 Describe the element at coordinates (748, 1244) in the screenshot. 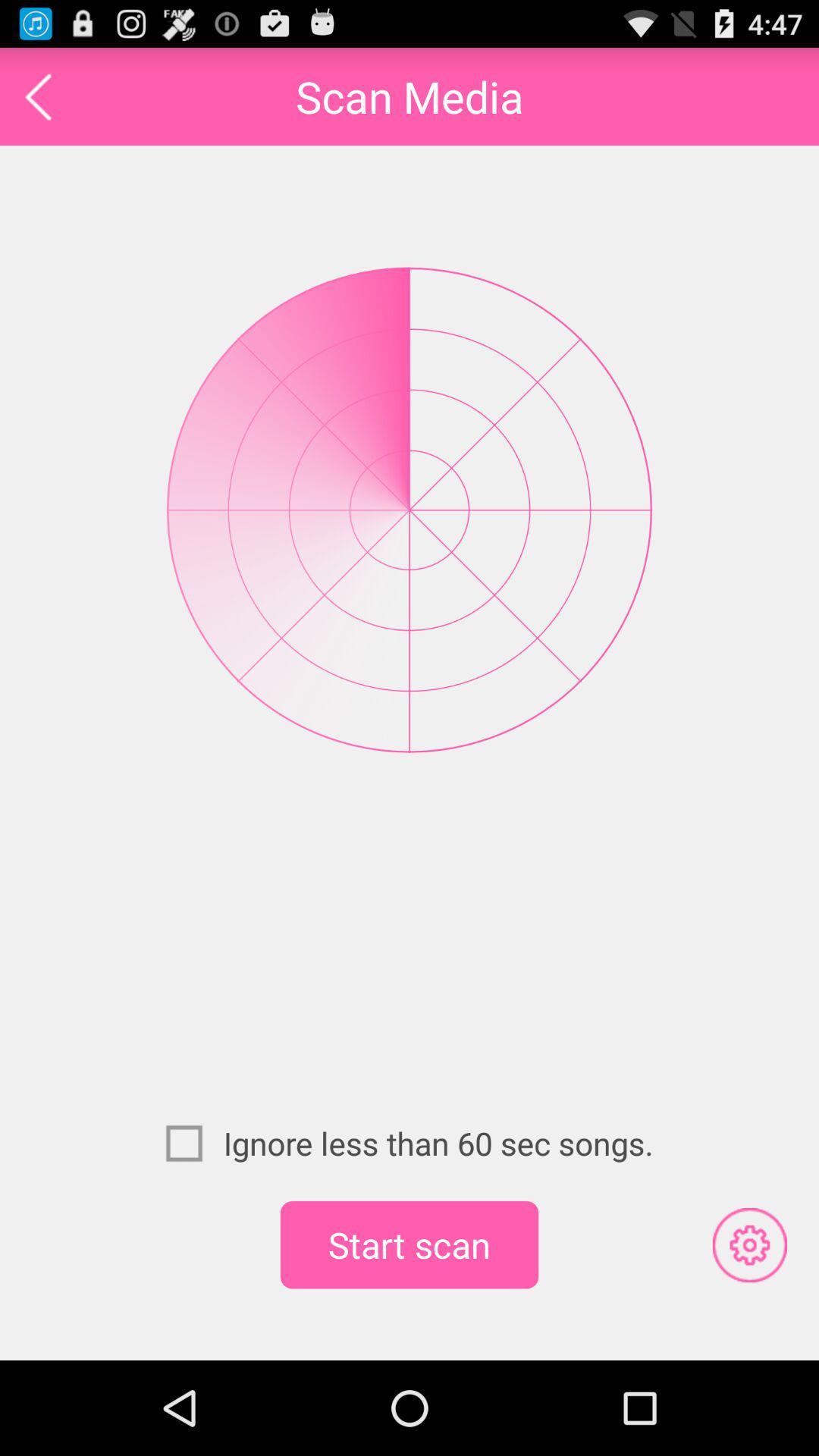

I see `the icon to the right of start scan app` at that location.